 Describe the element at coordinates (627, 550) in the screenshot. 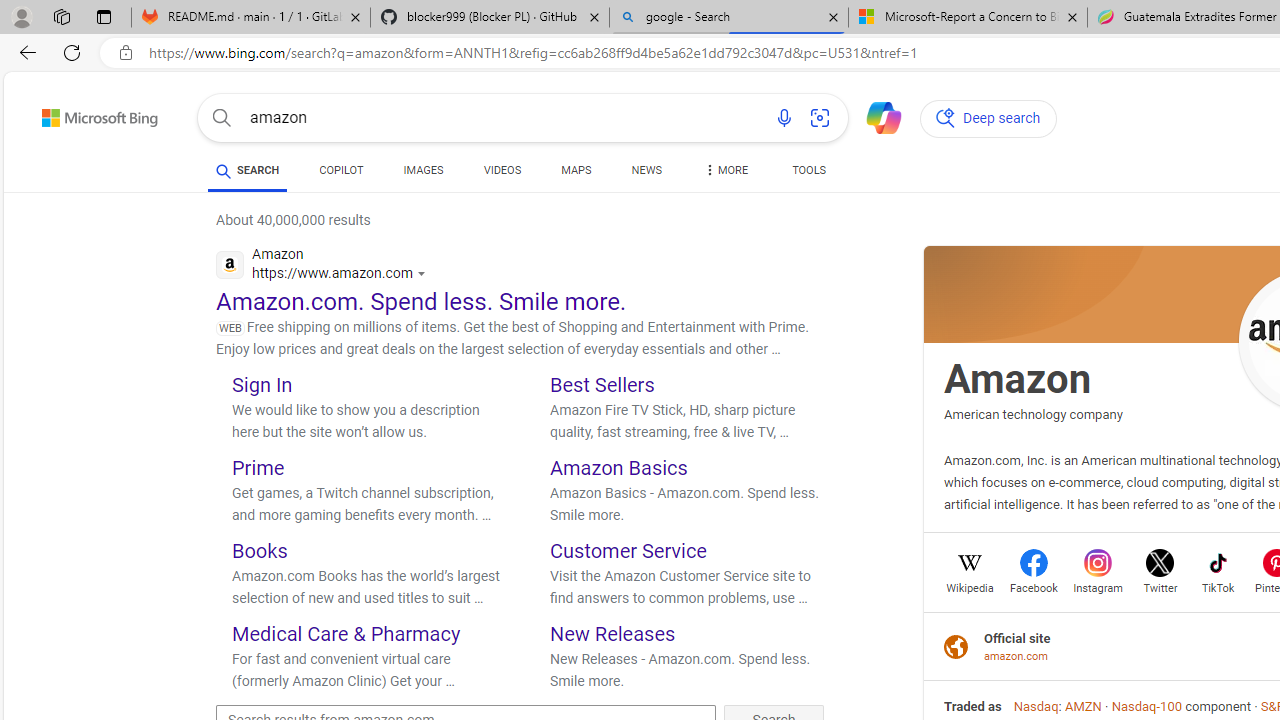

I see `'Customer Service'` at that location.